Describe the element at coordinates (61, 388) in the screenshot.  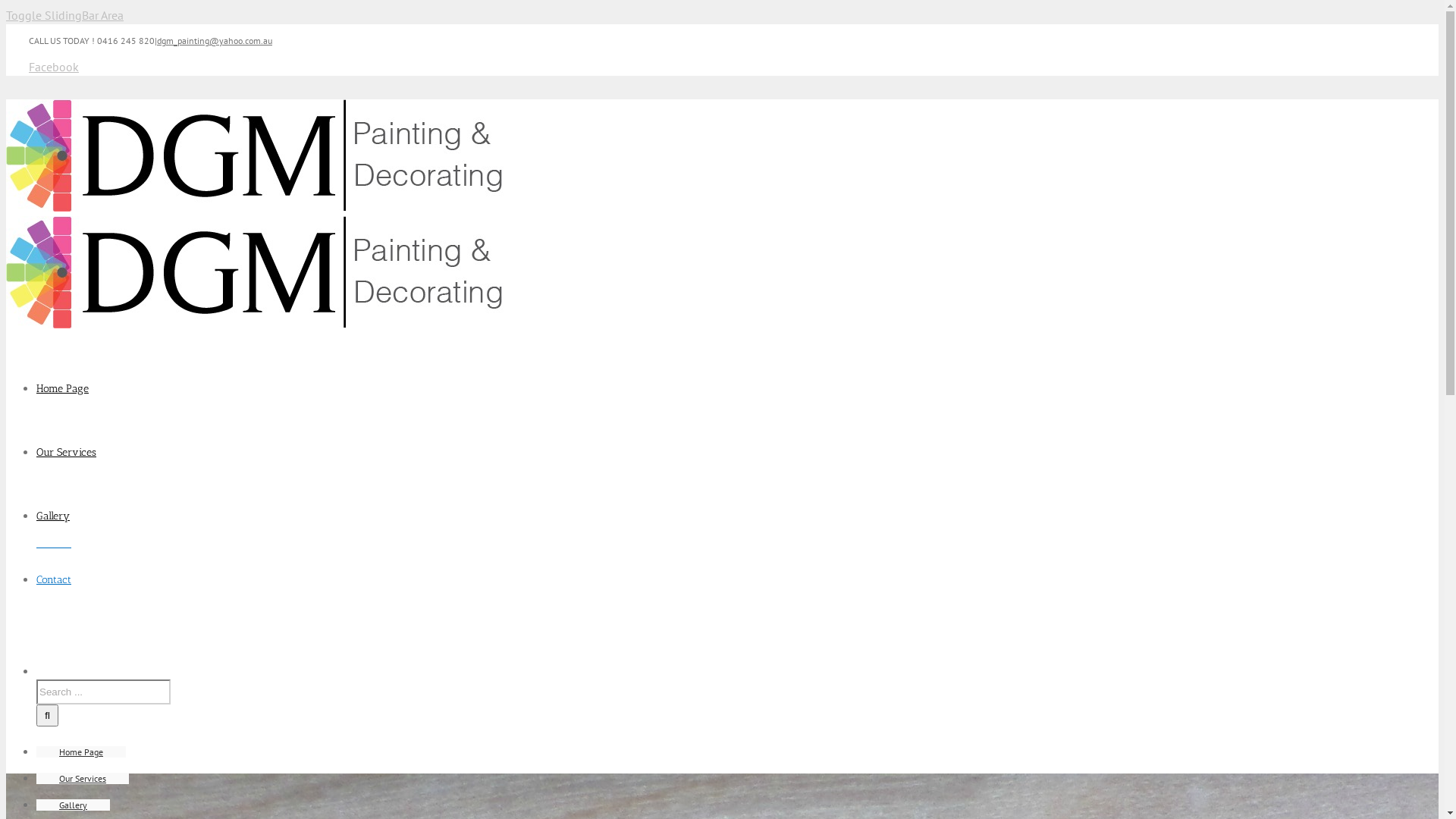
I see `'Home Page'` at that location.